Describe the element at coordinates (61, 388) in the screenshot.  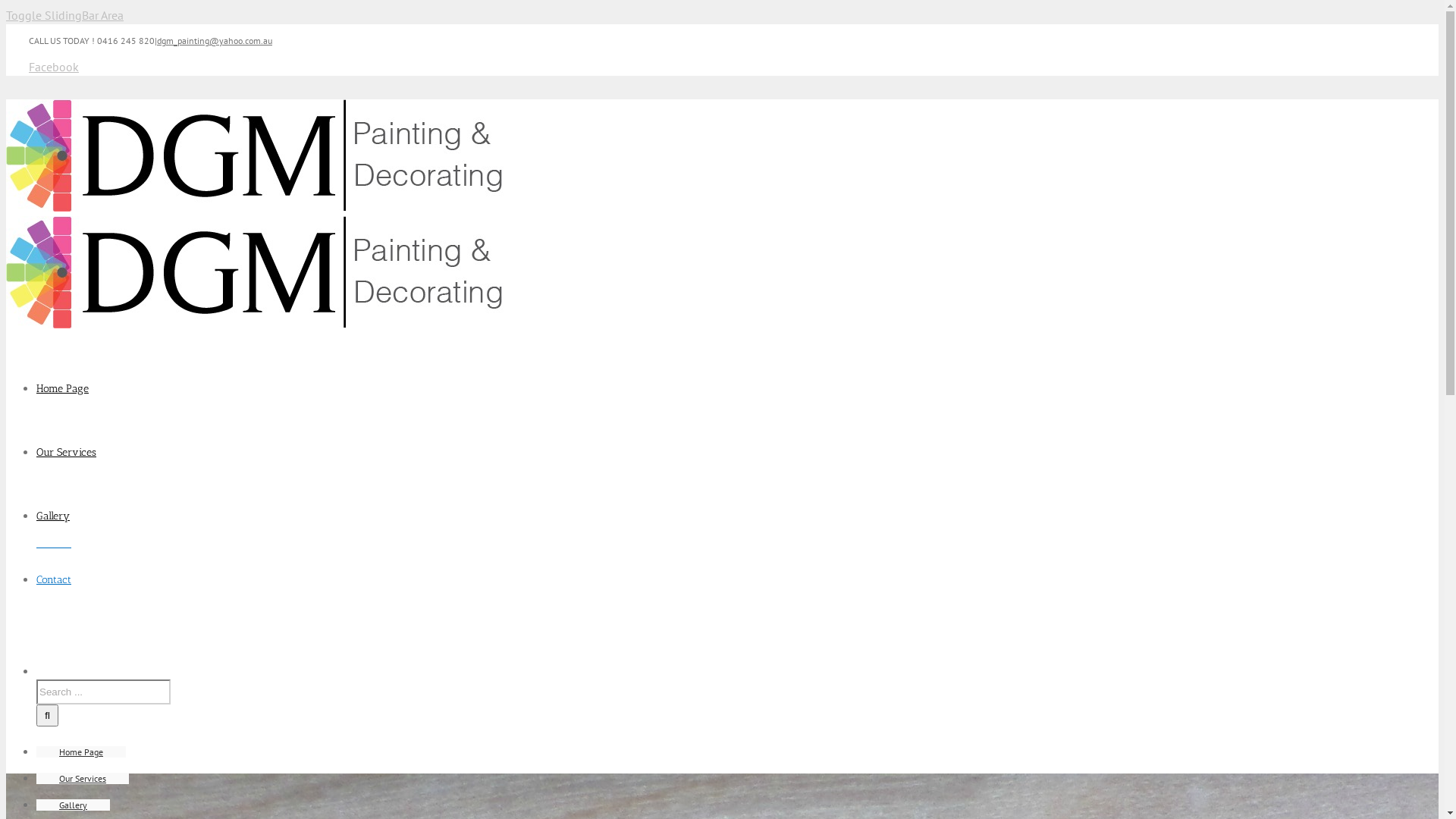
I see `'Home Page'` at that location.